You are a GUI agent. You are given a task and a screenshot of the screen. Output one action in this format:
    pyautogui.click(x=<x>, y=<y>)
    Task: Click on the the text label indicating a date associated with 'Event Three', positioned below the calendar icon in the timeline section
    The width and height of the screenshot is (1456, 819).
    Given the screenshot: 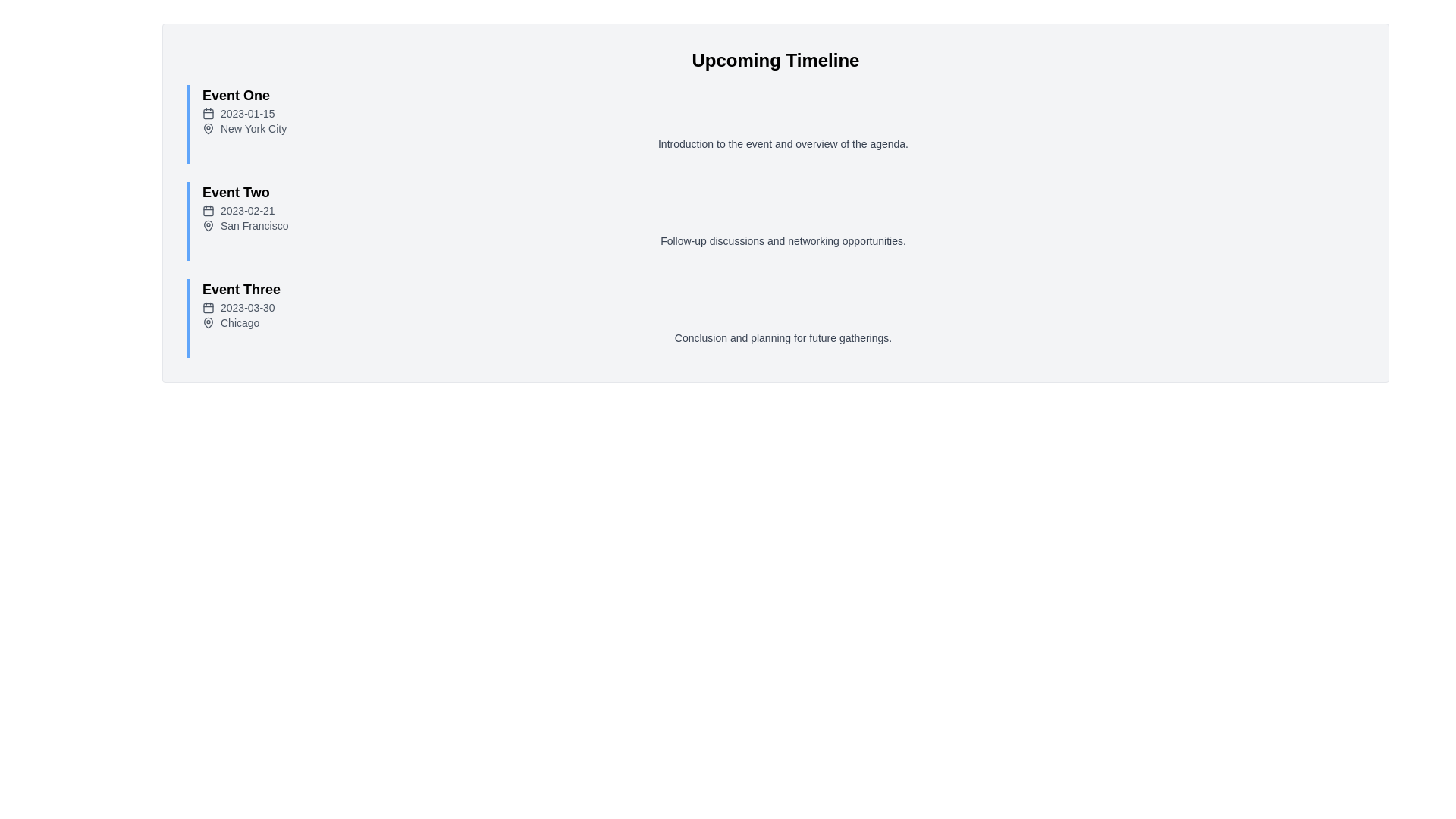 What is the action you would take?
    pyautogui.click(x=247, y=307)
    